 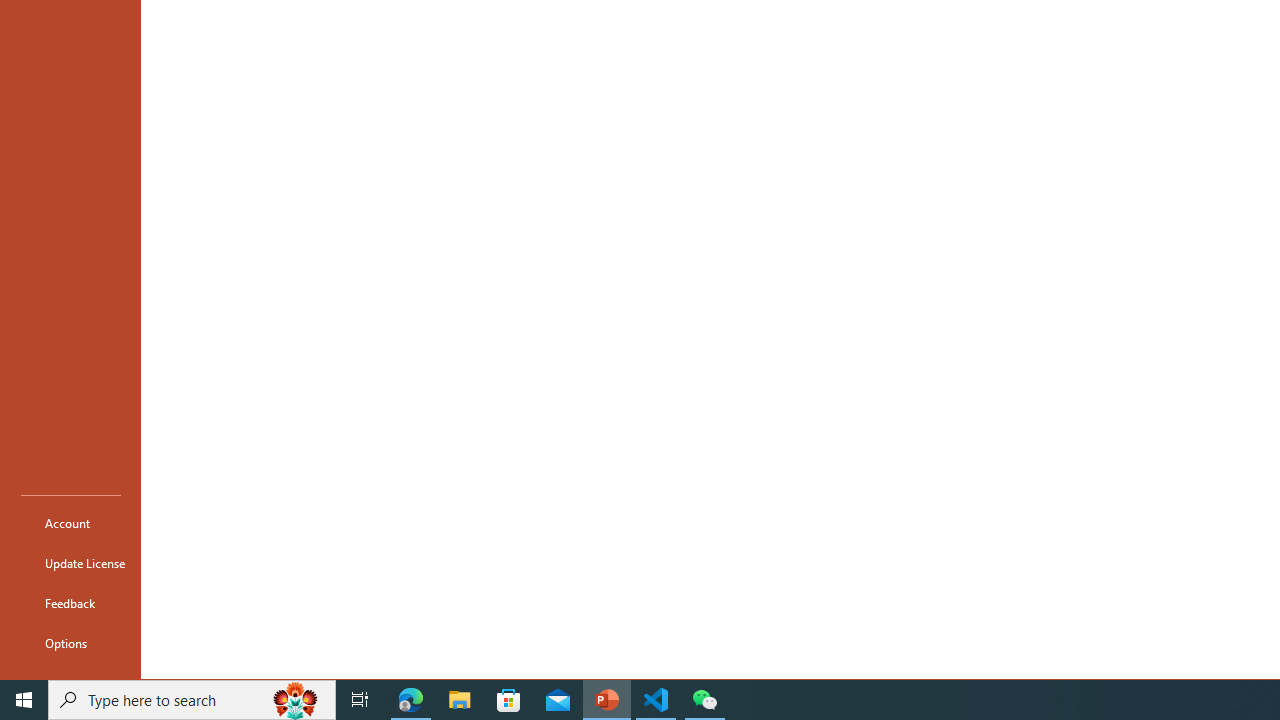 What do you see at coordinates (24, 698) in the screenshot?
I see `'Start'` at bounding box center [24, 698].